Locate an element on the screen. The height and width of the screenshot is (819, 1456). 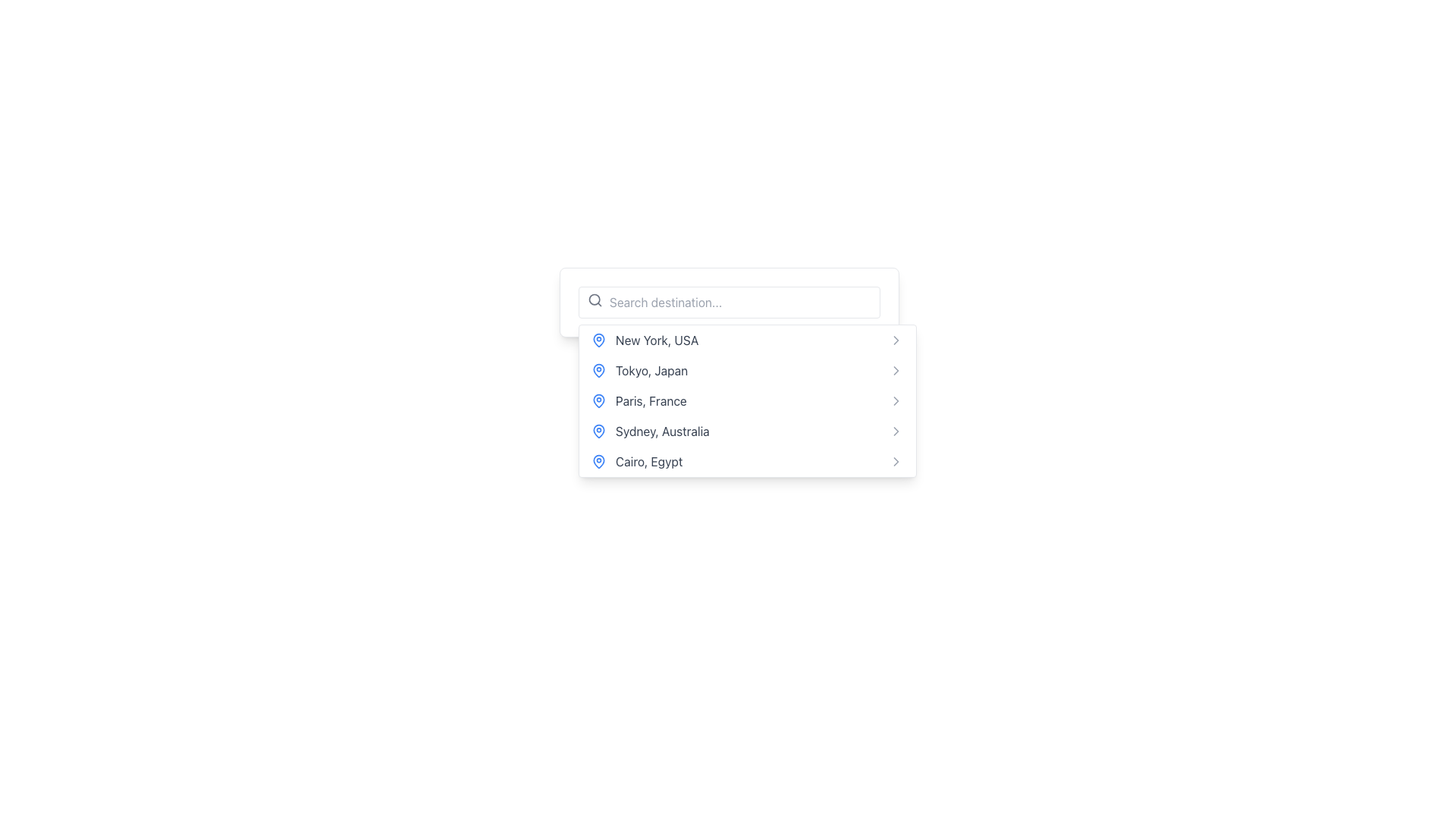
the right-pointing chevron icon, which is styled in gray and positioned next is located at coordinates (896, 371).